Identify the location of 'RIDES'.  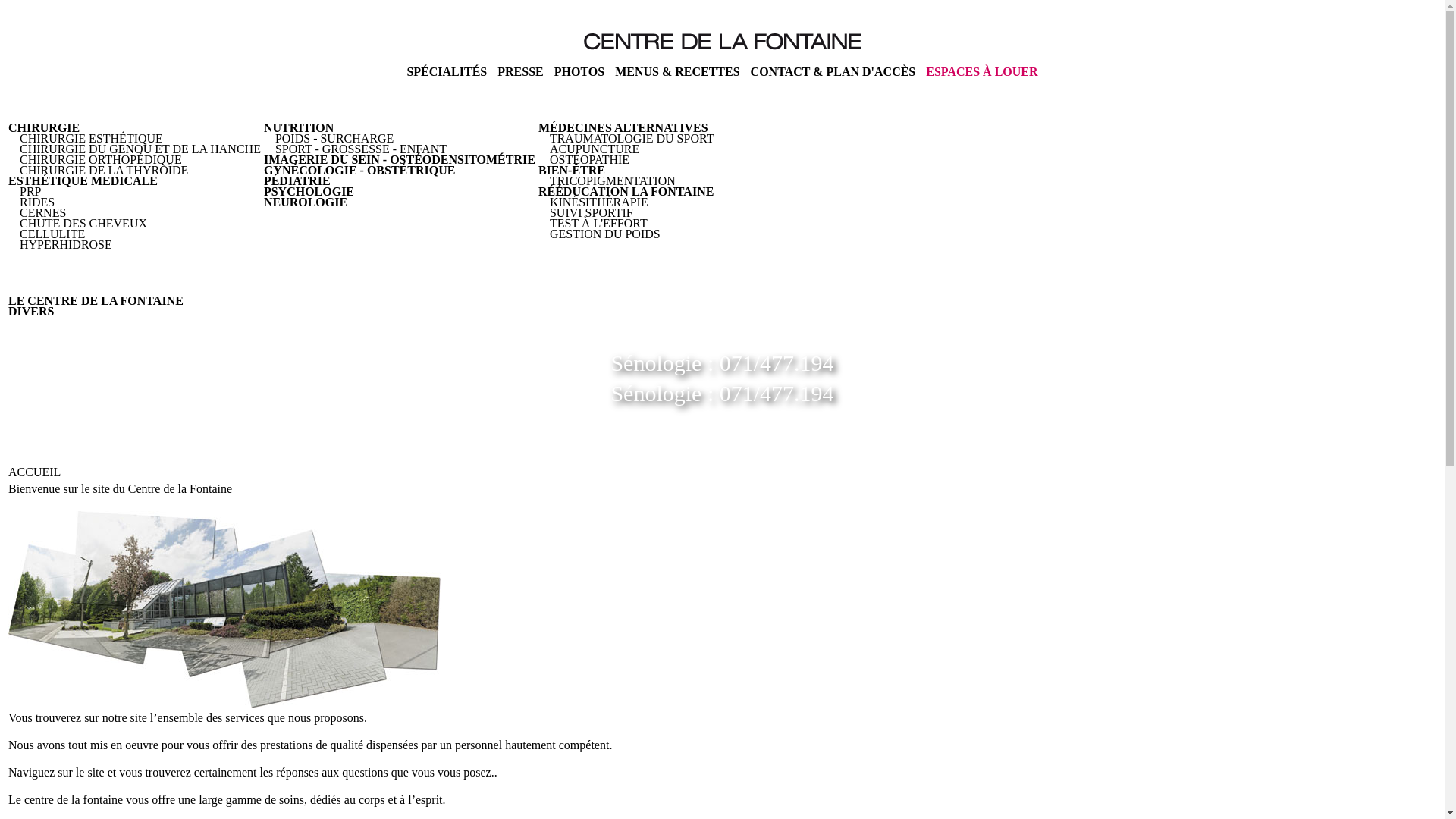
(36, 201).